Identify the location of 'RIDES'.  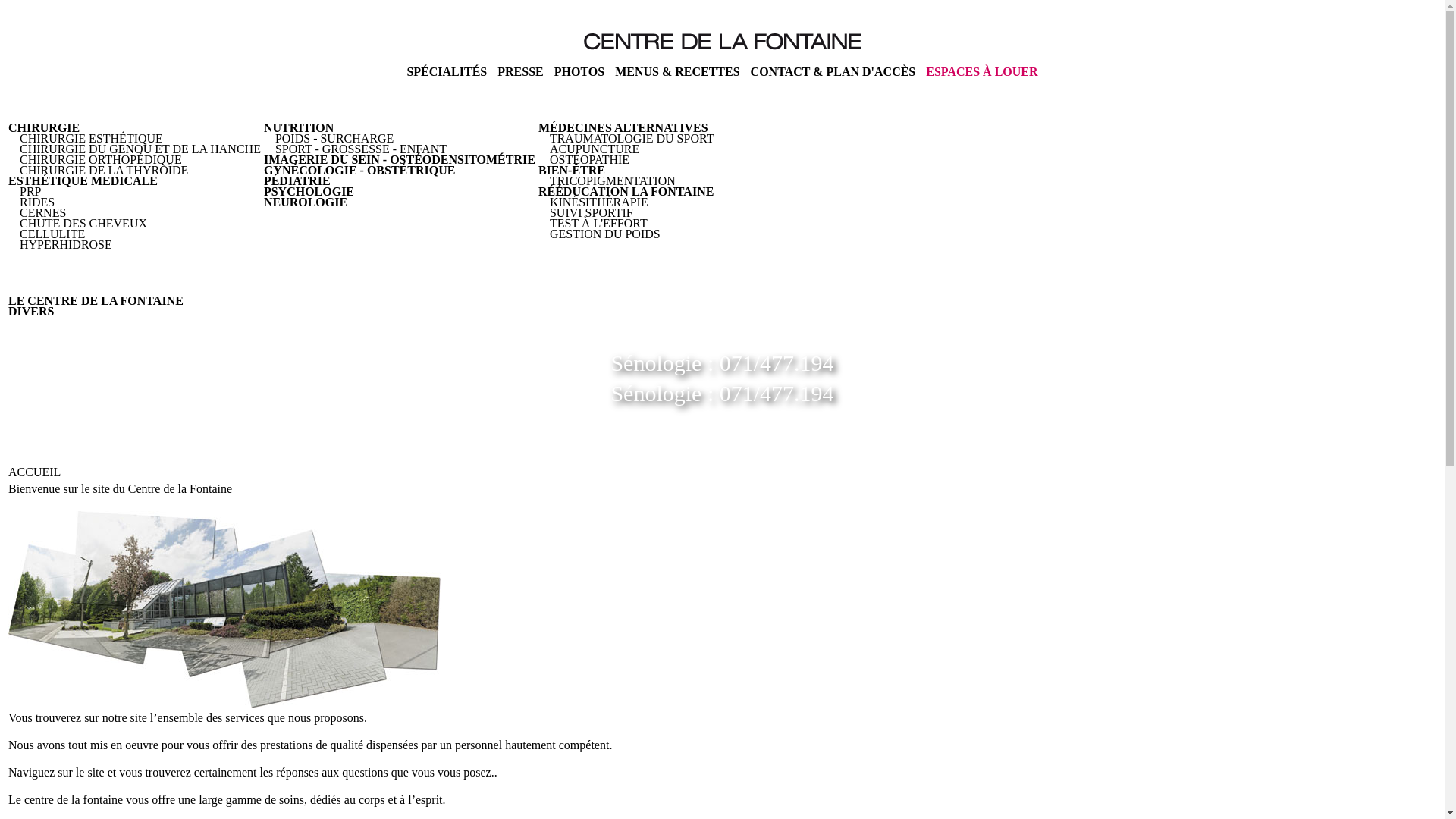
(36, 201).